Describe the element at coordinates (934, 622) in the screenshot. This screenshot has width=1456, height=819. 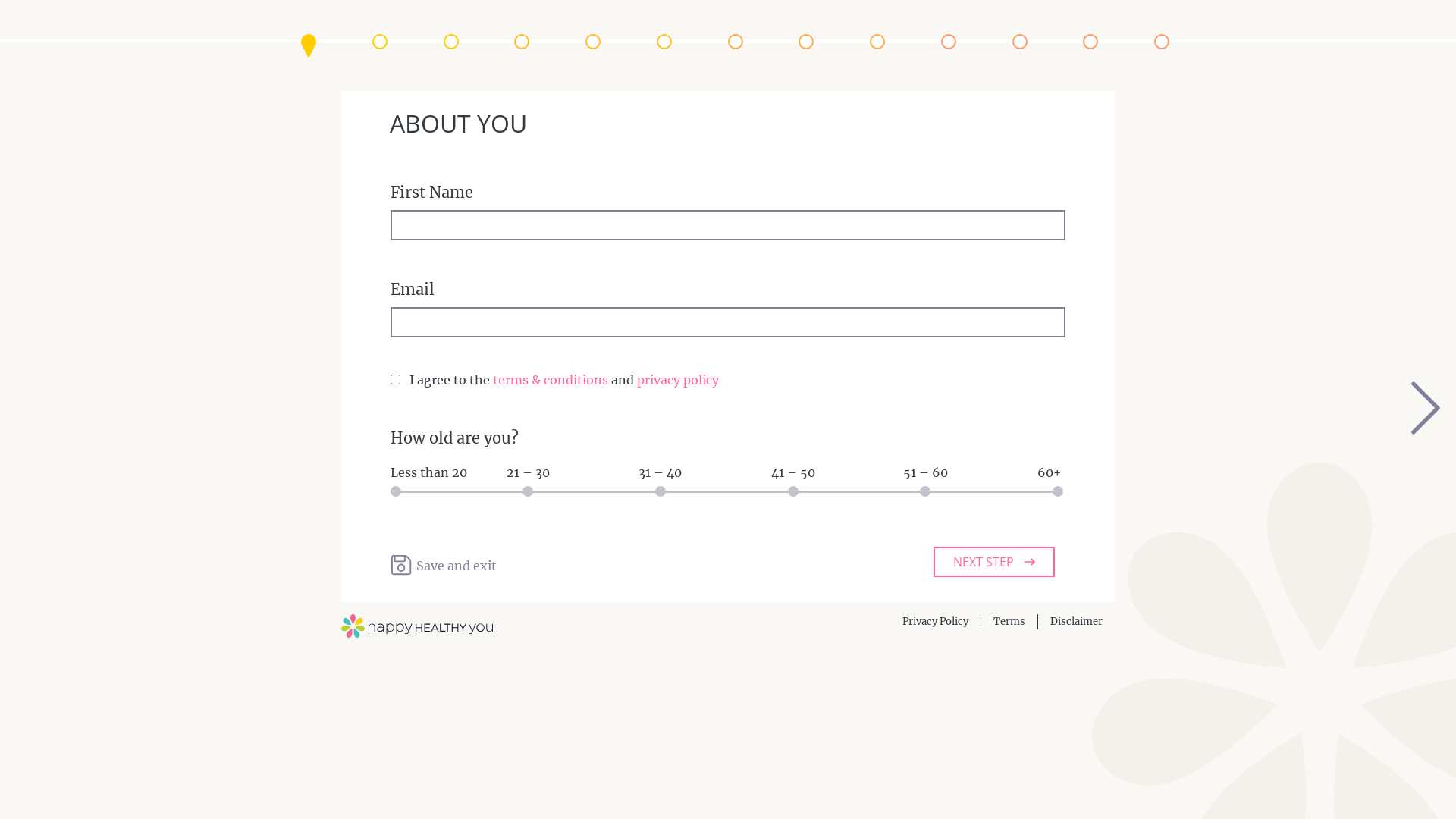
I see `'Privacy Policy'` at that location.